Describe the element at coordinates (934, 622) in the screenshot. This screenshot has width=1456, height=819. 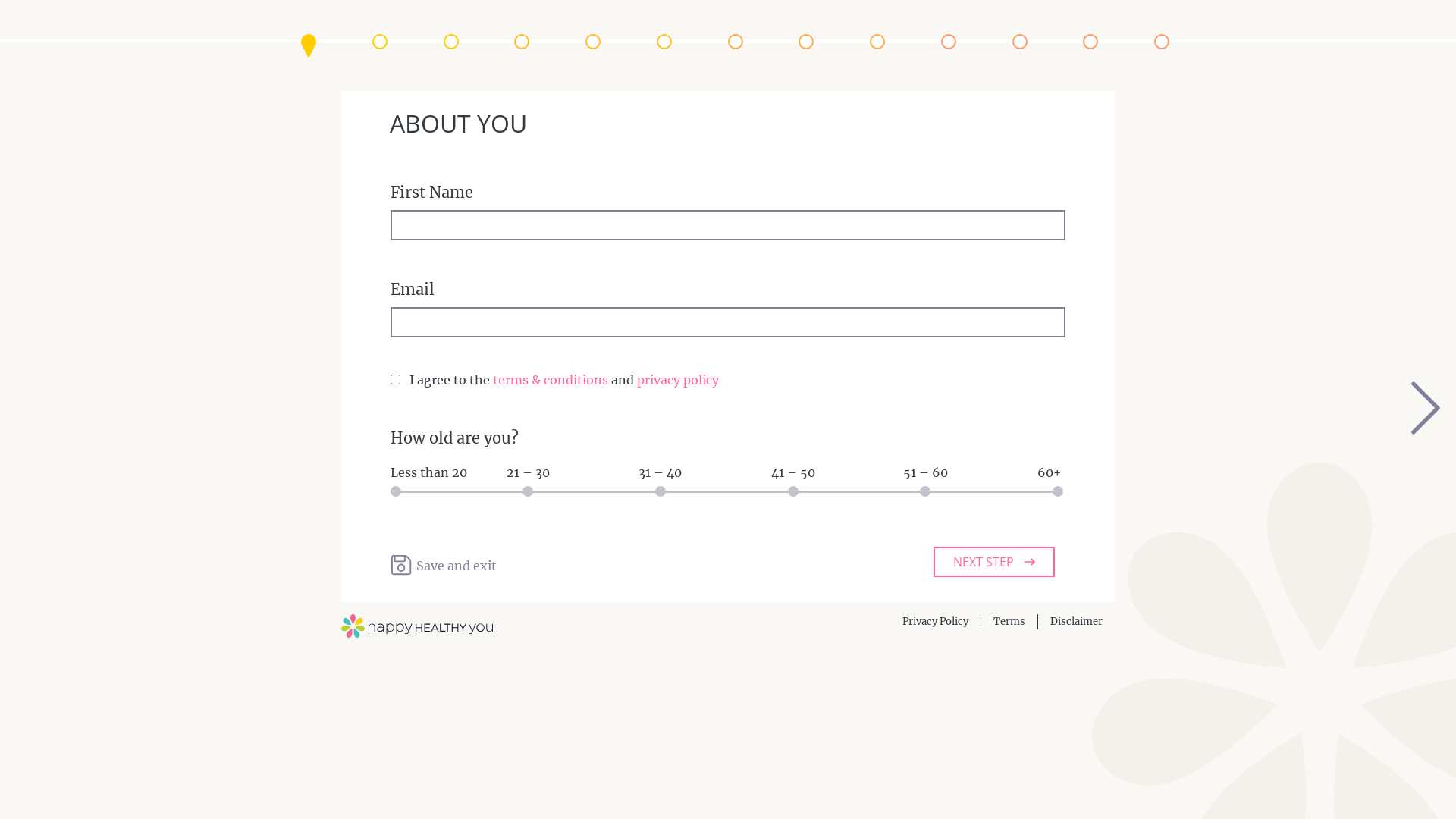
I see `'Privacy Policy'` at that location.